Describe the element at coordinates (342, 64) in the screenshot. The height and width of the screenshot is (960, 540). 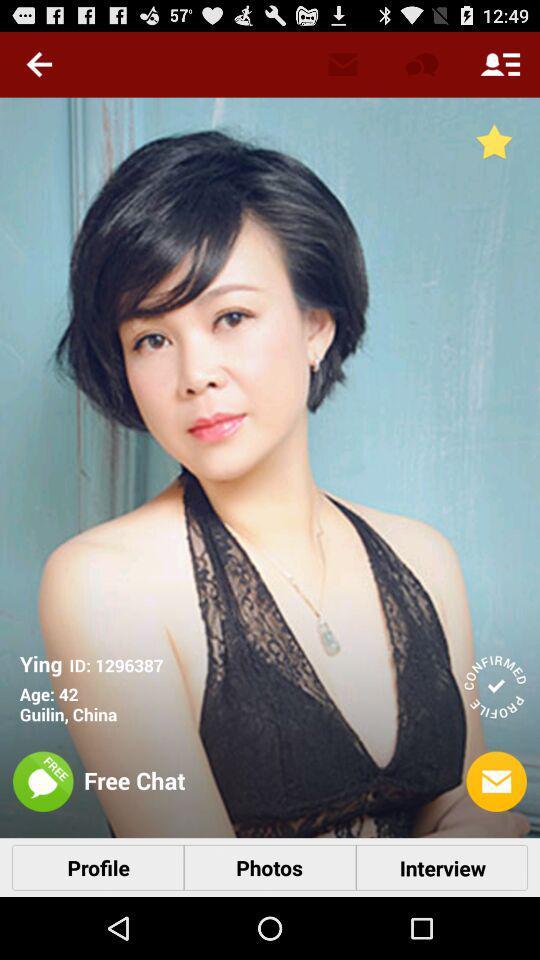
I see `the message icon which is left to the chat icon` at that location.